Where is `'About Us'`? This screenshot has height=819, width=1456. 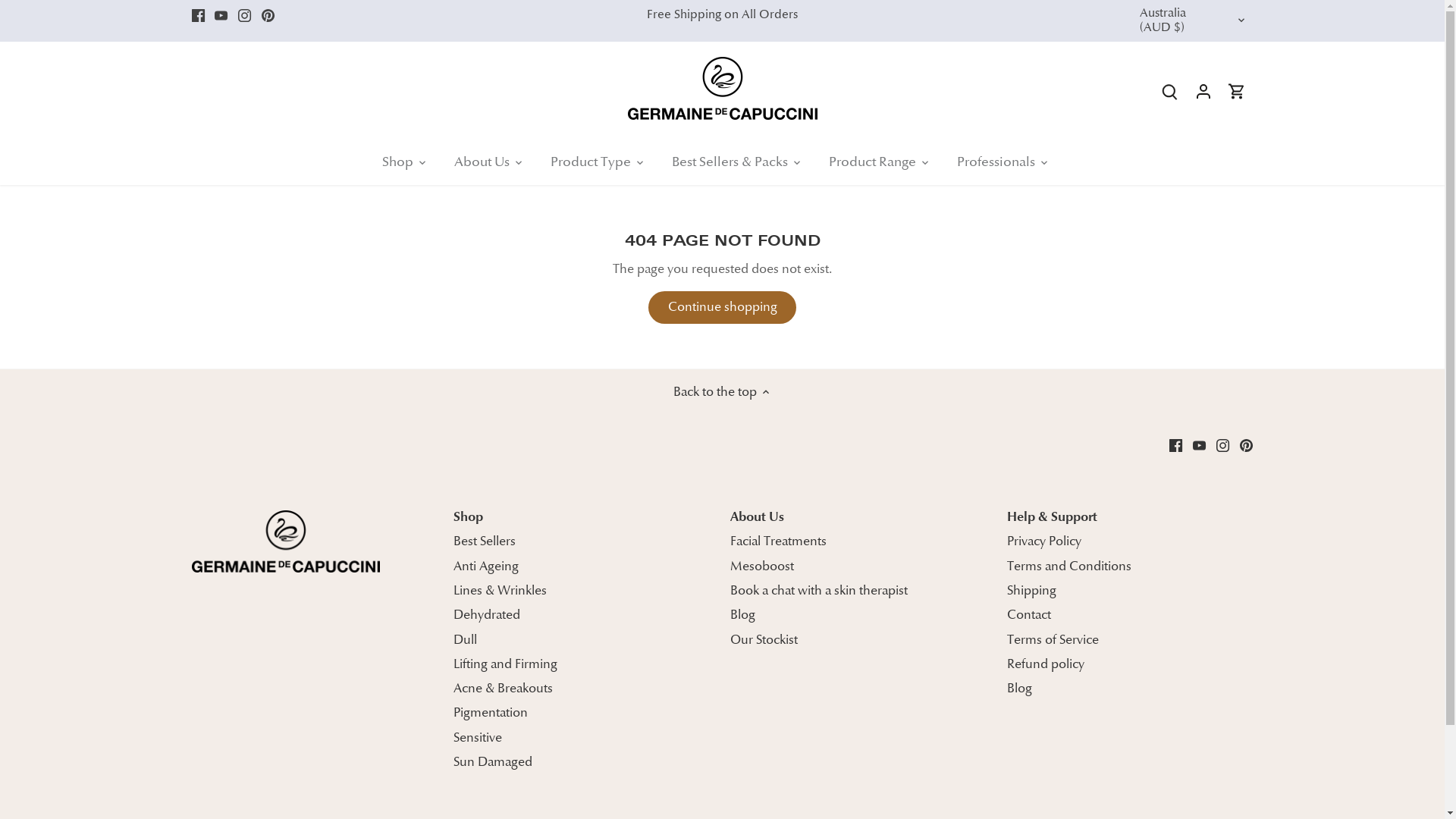 'About Us' is located at coordinates (481, 162).